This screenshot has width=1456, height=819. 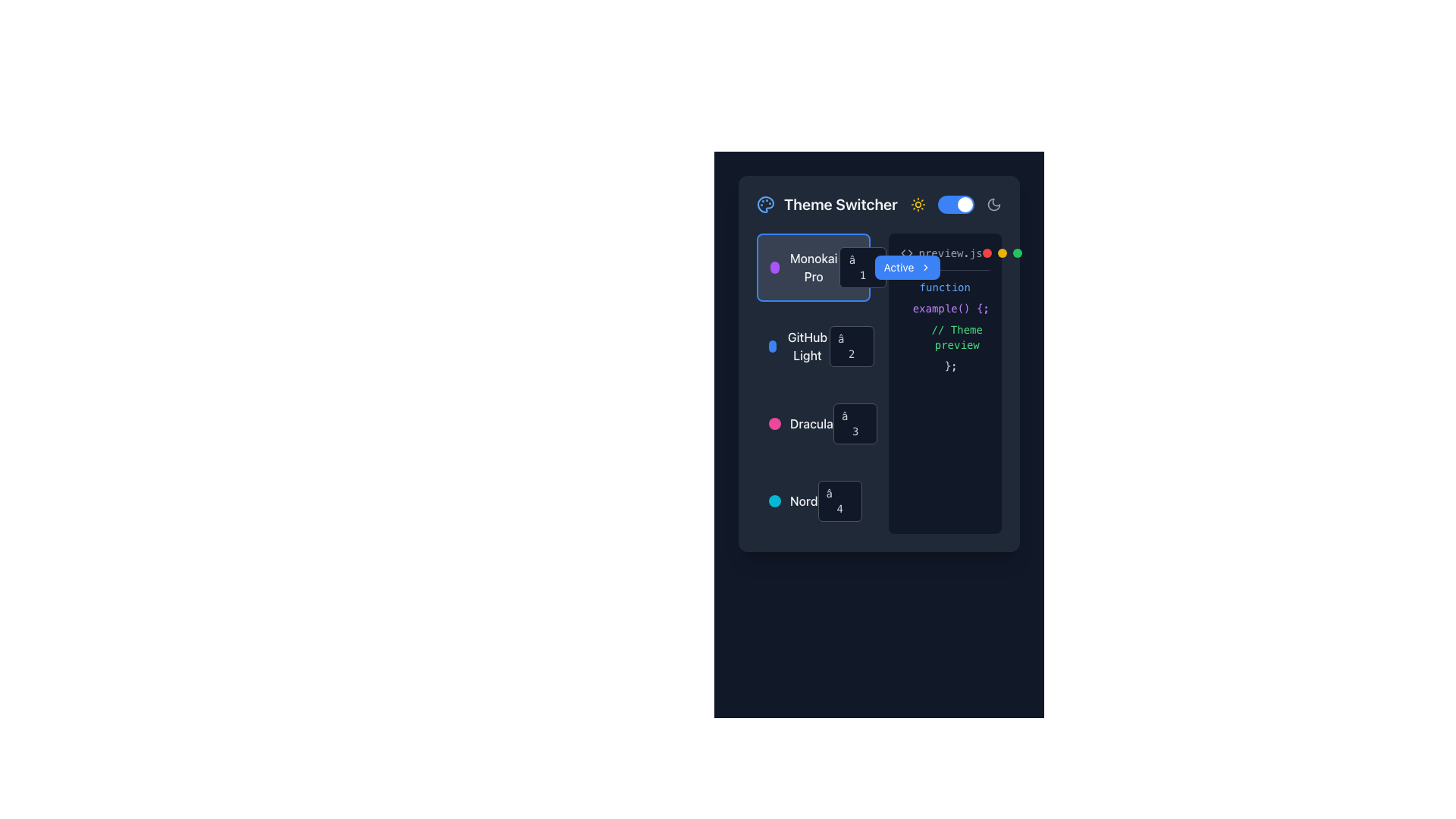 What do you see at coordinates (955, 205) in the screenshot?
I see `the toggle switch located in the 'Theme Switcher' section, which has a blue background with a white circular element on the right` at bounding box center [955, 205].